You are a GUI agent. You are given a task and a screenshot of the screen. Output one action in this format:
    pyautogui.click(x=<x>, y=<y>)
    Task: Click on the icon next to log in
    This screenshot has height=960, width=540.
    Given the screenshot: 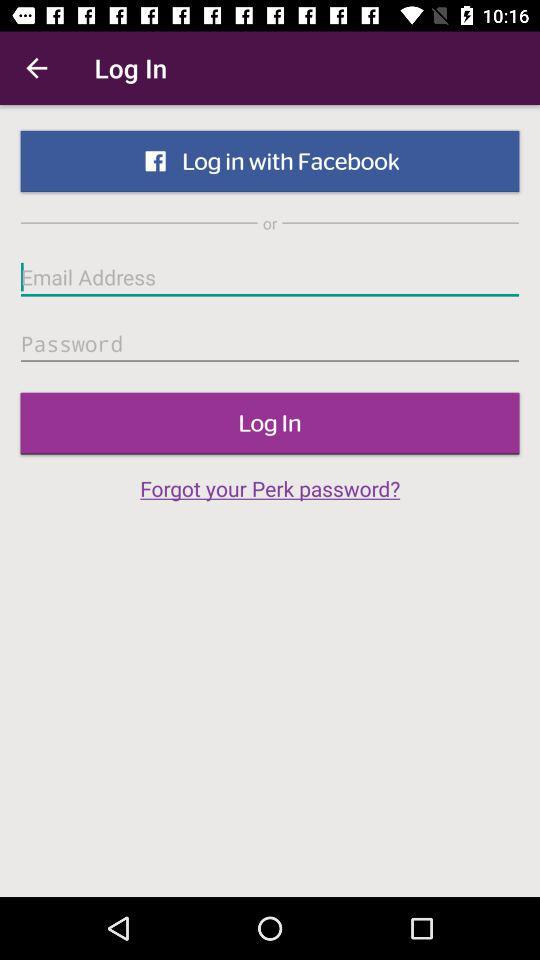 What is the action you would take?
    pyautogui.click(x=36, y=68)
    